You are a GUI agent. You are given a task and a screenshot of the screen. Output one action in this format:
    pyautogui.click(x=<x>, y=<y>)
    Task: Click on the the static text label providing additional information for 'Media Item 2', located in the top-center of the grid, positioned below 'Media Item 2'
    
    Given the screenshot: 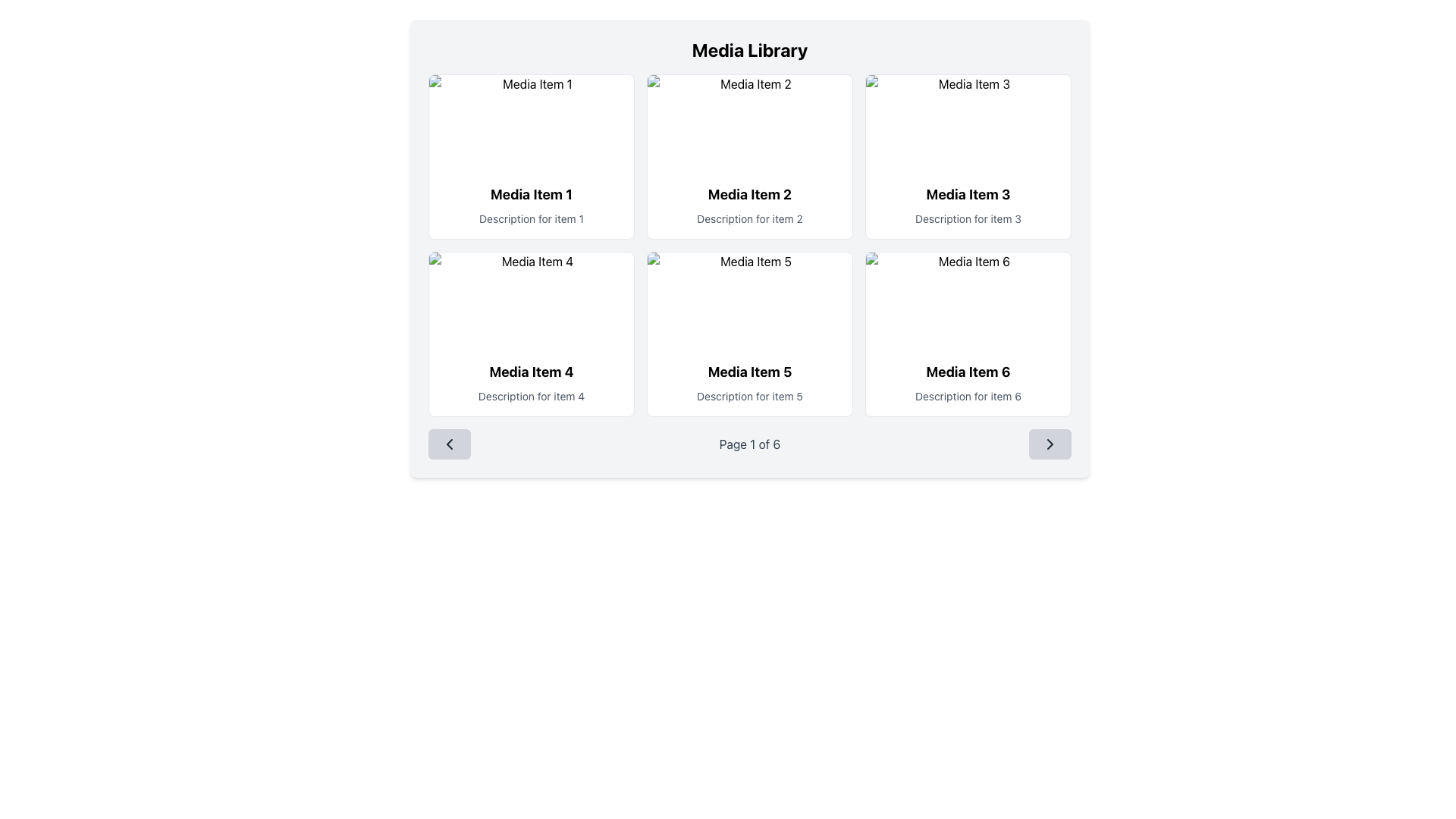 What is the action you would take?
    pyautogui.click(x=749, y=219)
    